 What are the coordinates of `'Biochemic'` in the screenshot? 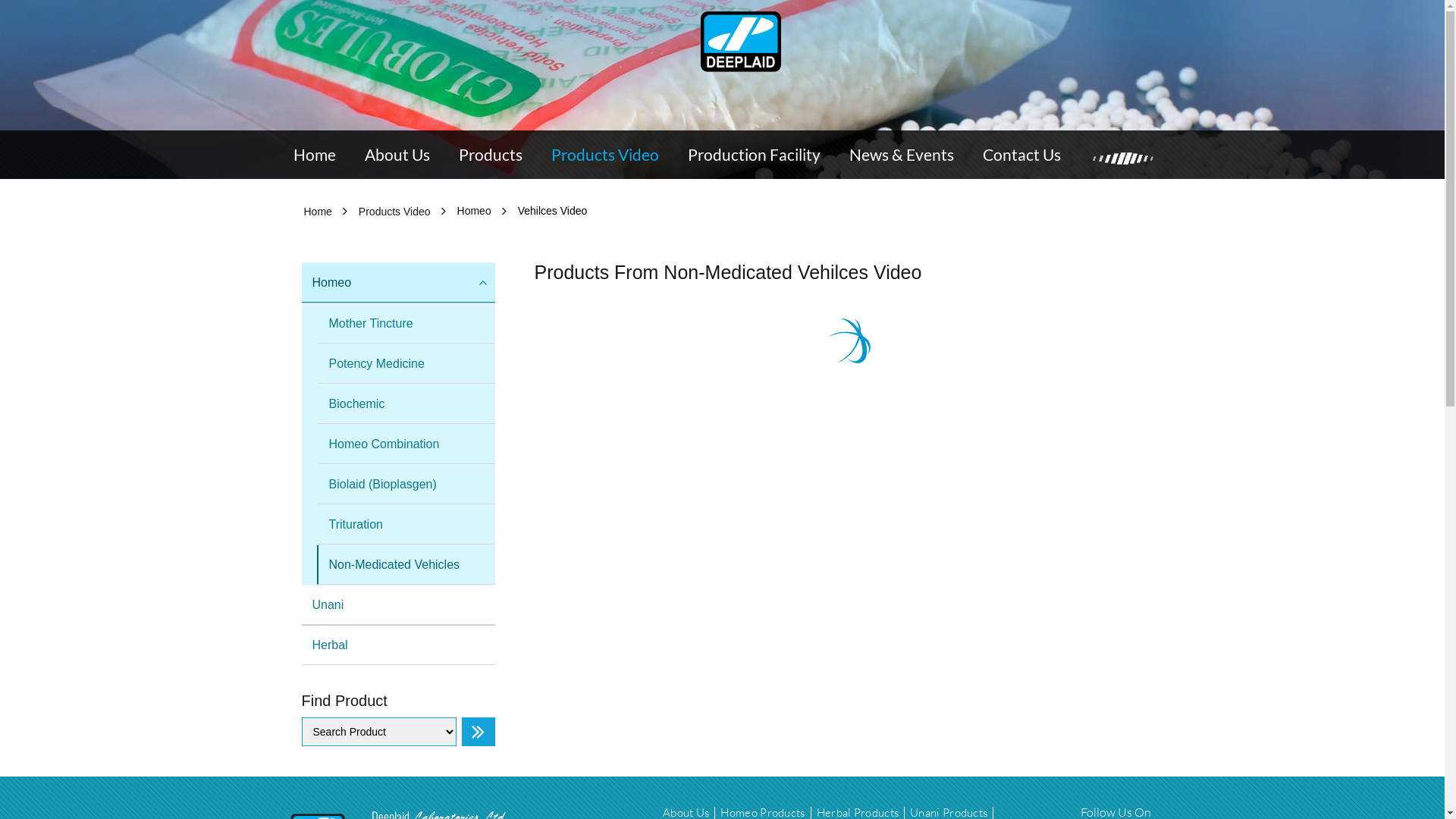 It's located at (406, 403).